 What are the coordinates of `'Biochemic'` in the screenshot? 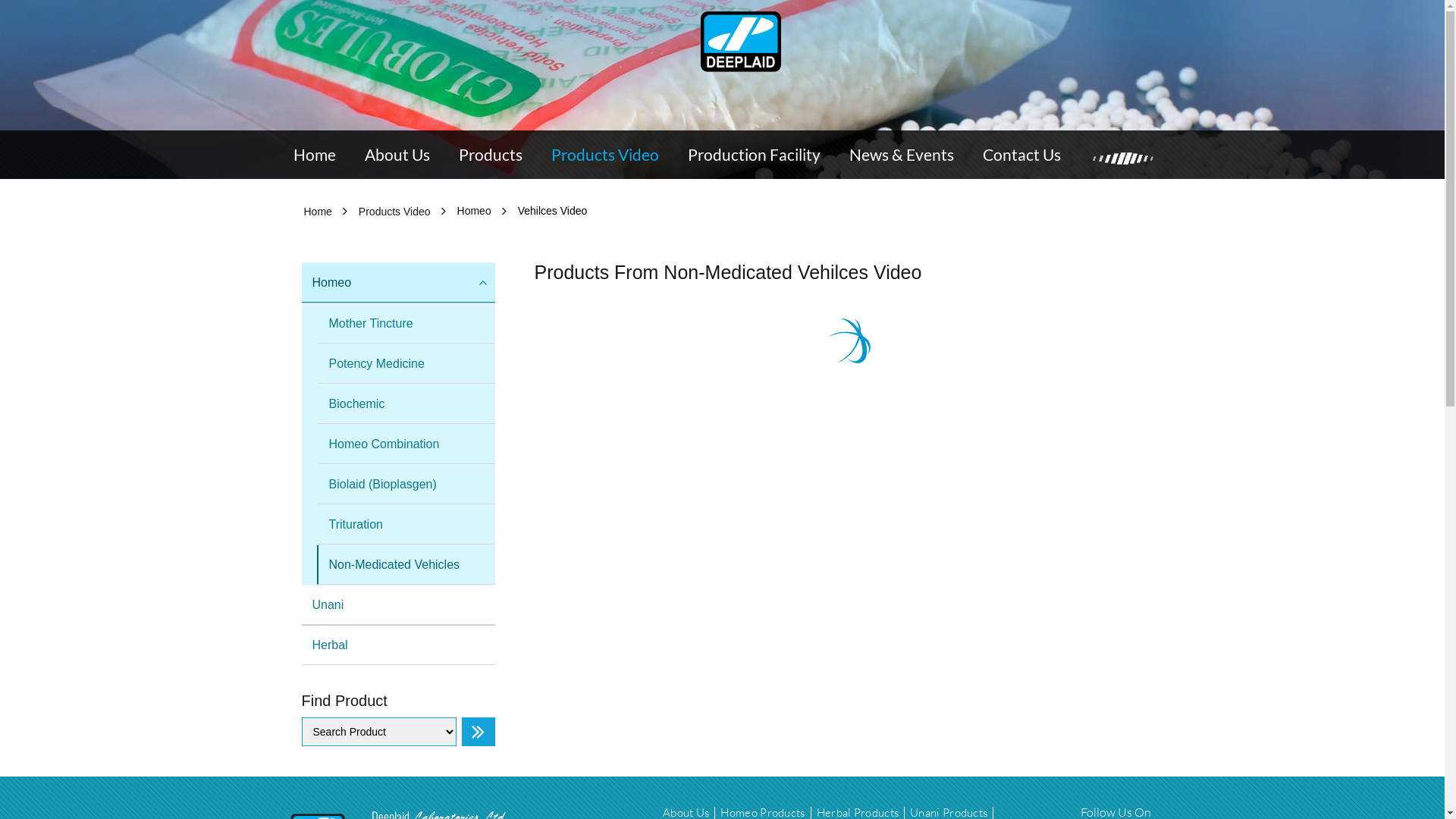 It's located at (406, 403).